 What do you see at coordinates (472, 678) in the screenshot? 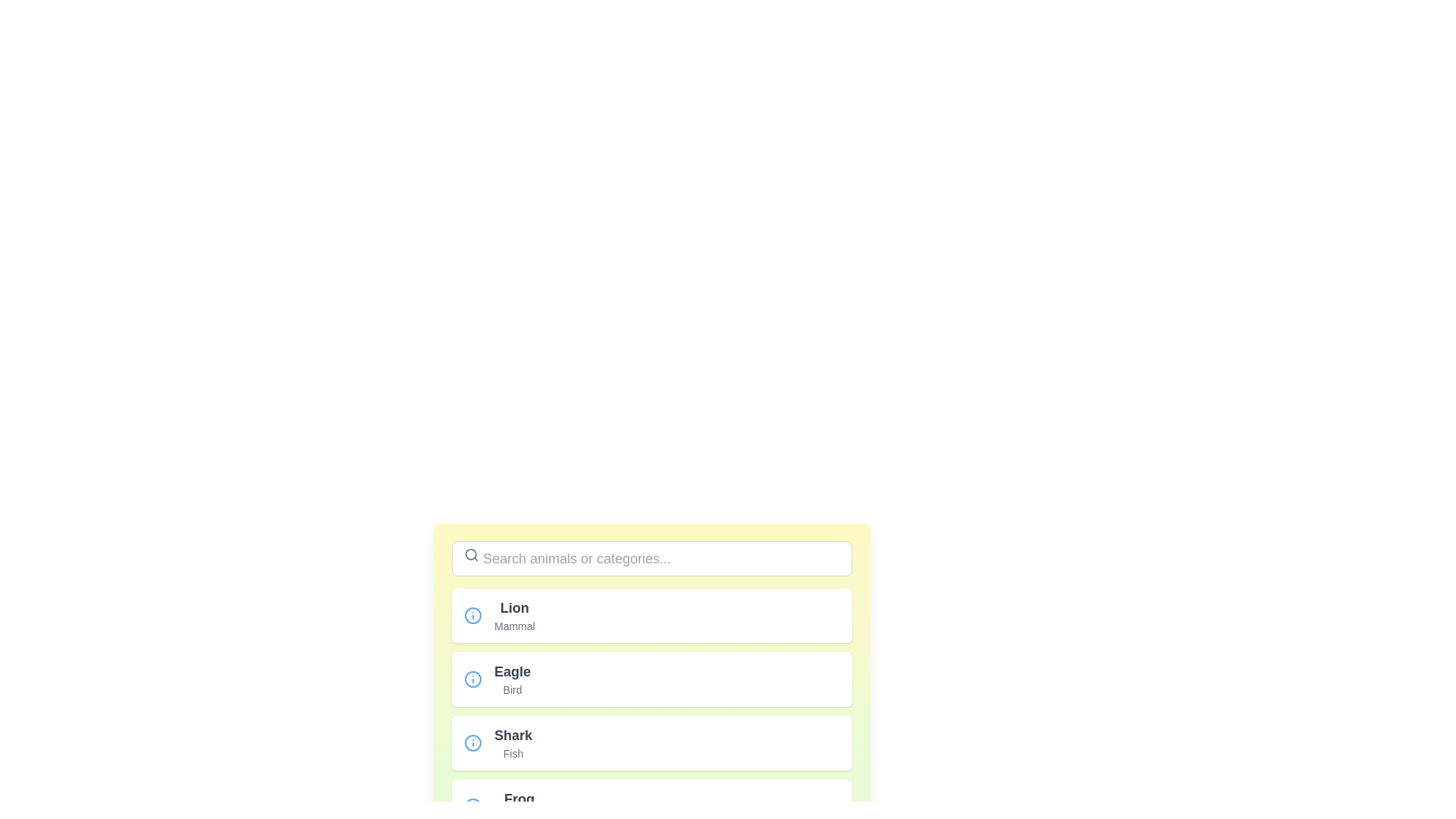
I see `the circular information icon with a blue gradient, located` at bounding box center [472, 678].